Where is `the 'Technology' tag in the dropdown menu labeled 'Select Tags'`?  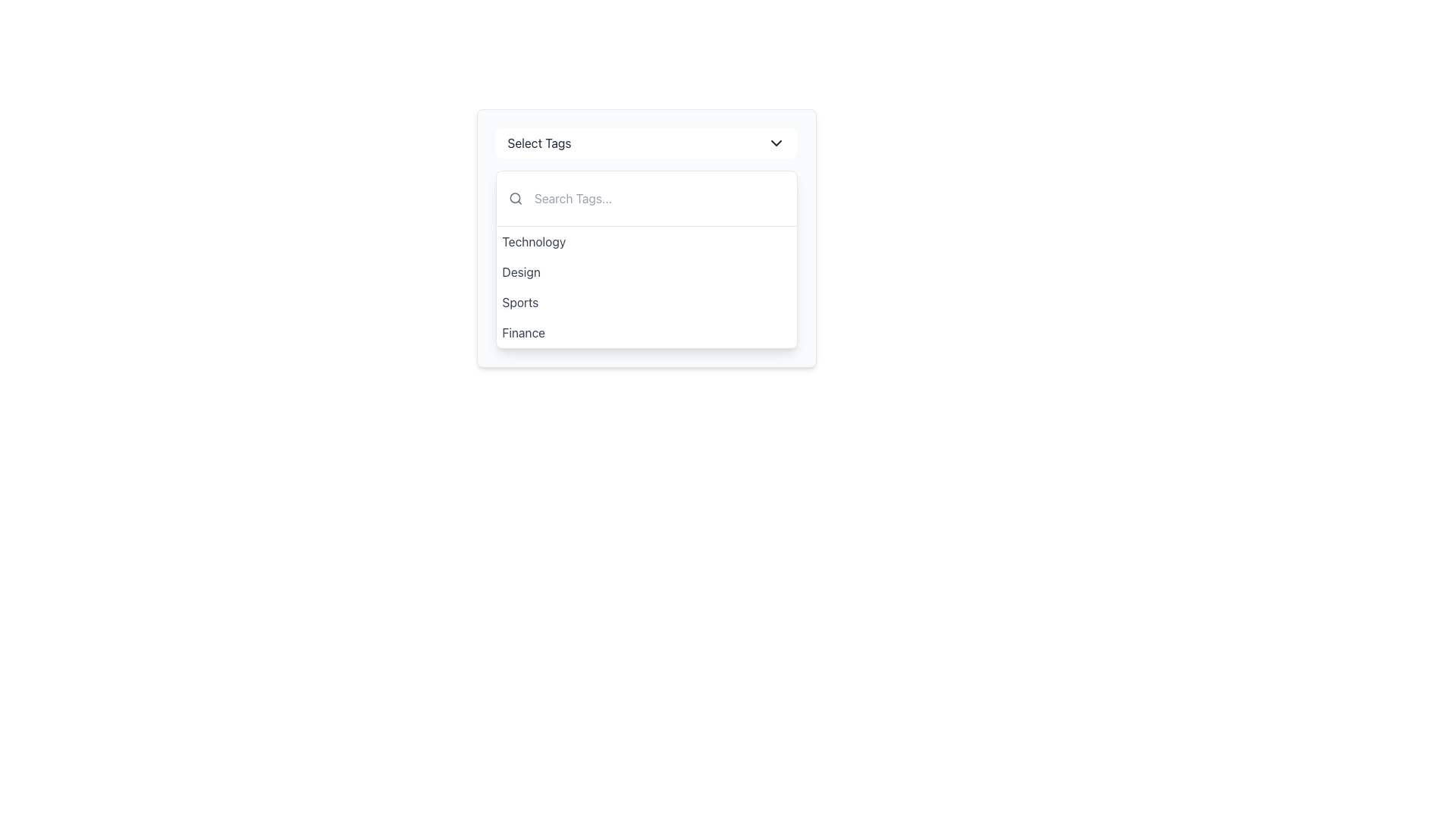 the 'Technology' tag in the dropdown menu labeled 'Select Tags' is located at coordinates (534, 241).